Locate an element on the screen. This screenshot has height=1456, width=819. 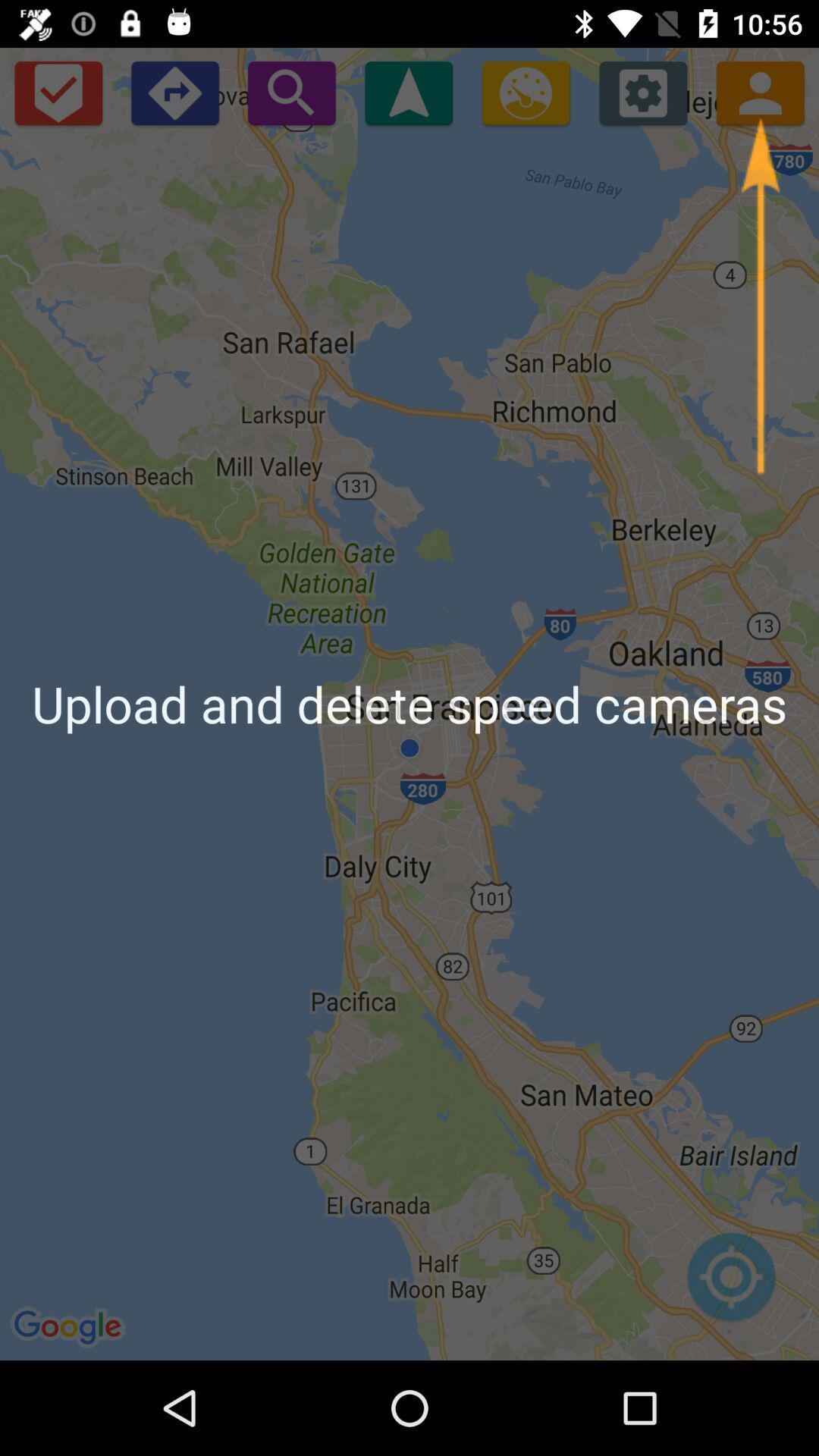
open settings is located at coordinates (643, 92).